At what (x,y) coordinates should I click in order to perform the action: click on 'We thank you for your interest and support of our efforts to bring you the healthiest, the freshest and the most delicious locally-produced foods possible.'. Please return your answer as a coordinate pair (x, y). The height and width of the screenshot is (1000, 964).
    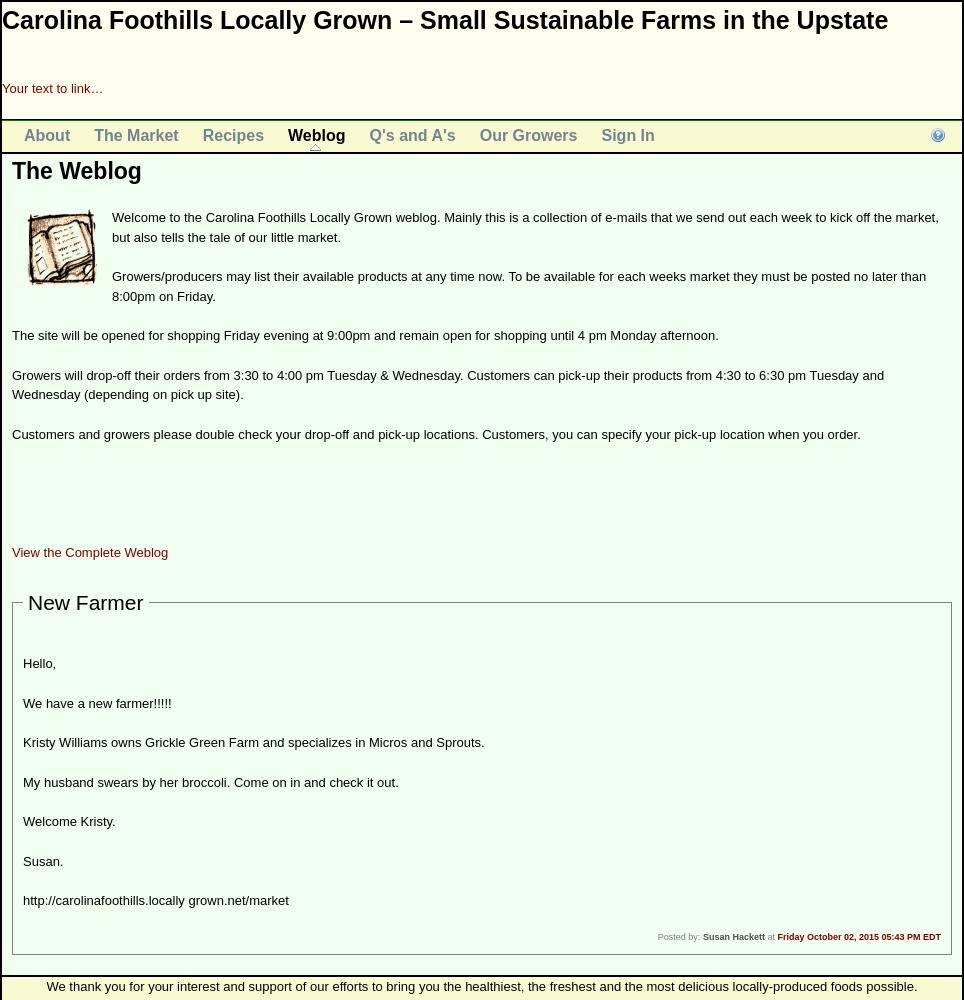
    Looking at the image, I should click on (481, 985).